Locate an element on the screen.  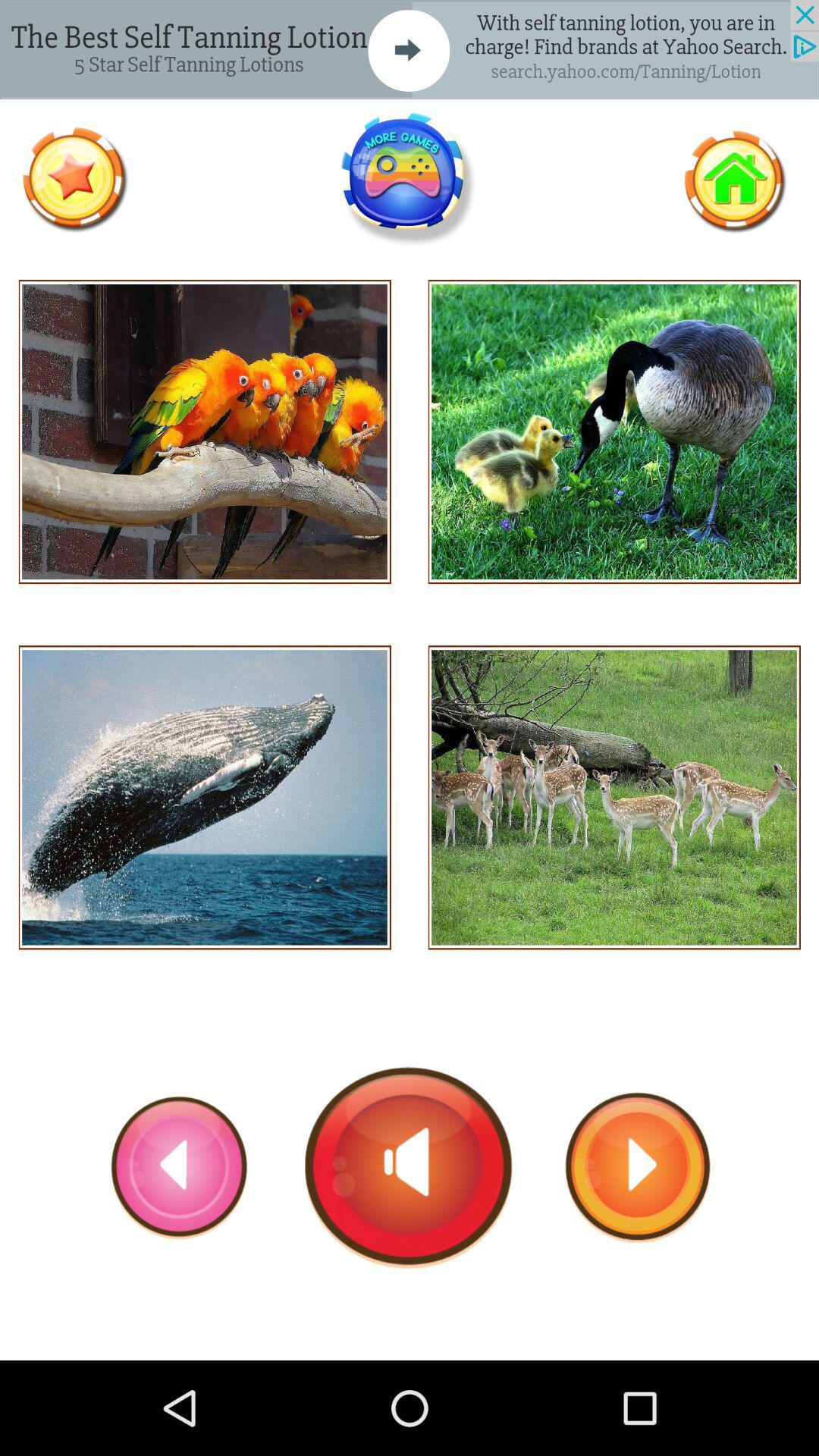
listen to audio is located at coordinates (614, 796).